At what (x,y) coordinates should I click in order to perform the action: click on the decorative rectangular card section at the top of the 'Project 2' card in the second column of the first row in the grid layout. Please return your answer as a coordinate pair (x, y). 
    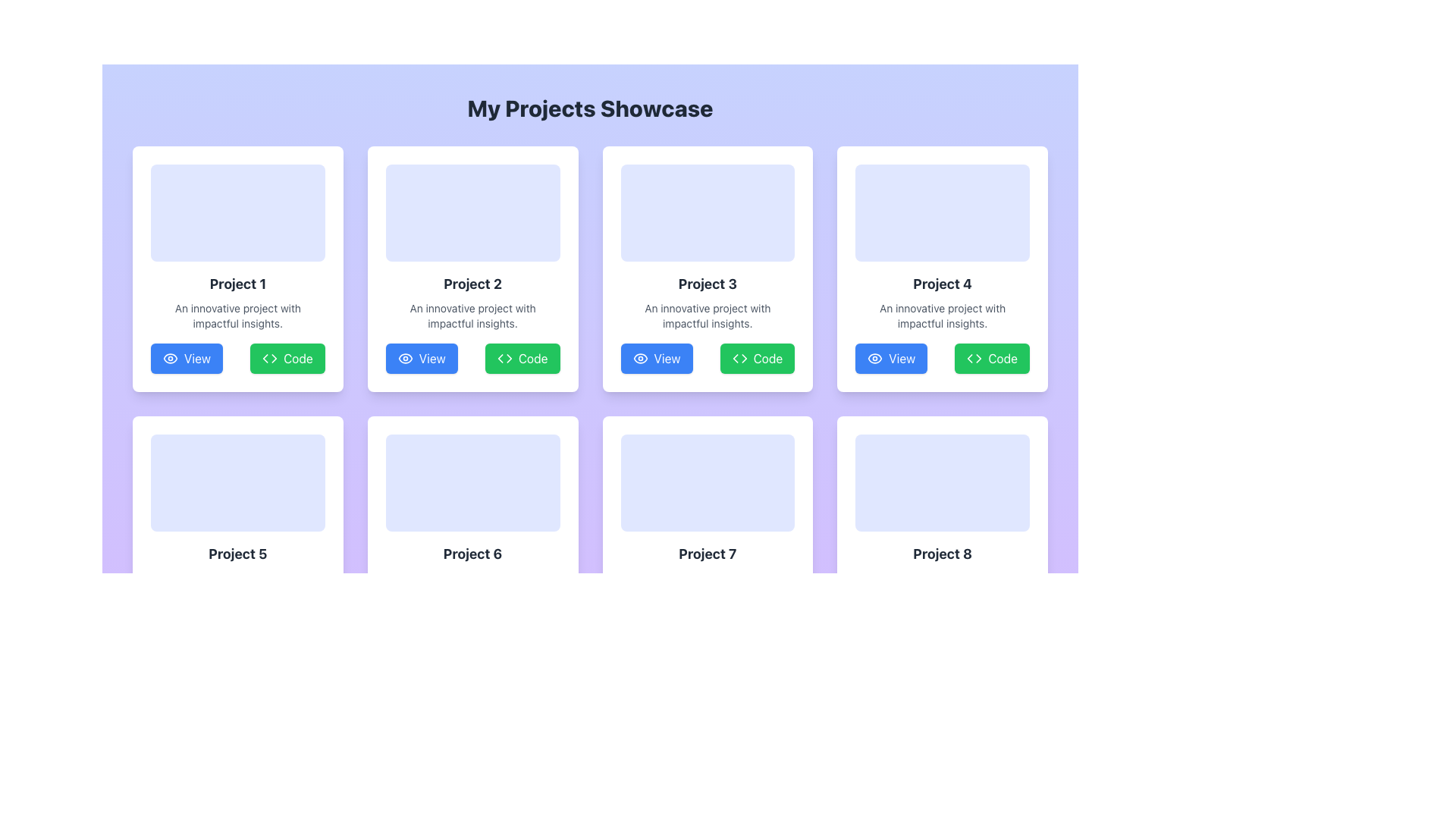
    Looking at the image, I should click on (472, 213).